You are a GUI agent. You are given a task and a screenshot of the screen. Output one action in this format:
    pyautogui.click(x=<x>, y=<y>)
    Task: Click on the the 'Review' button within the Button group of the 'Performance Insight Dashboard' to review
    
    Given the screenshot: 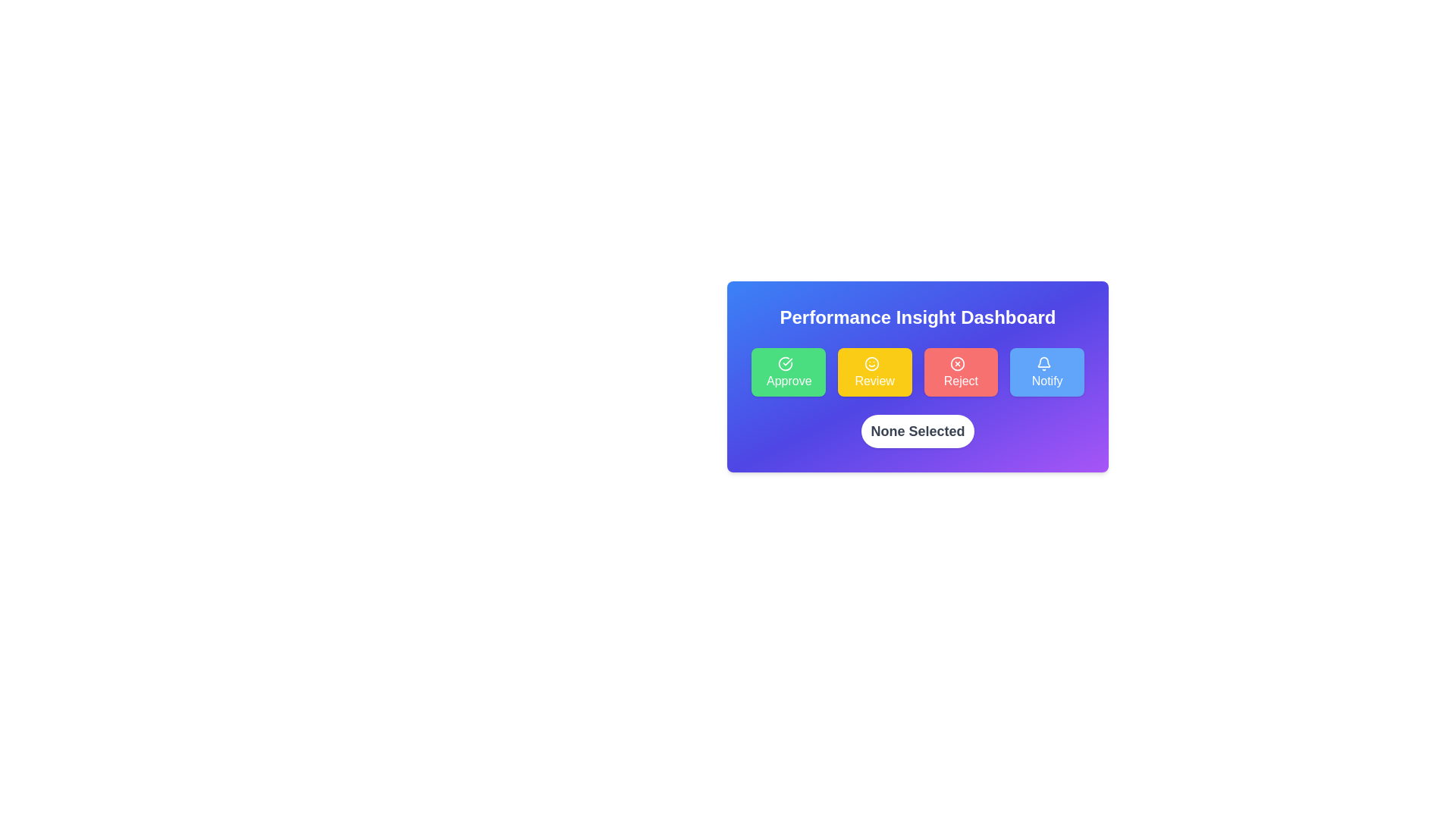 What is the action you would take?
    pyautogui.click(x=917, y=372)
    